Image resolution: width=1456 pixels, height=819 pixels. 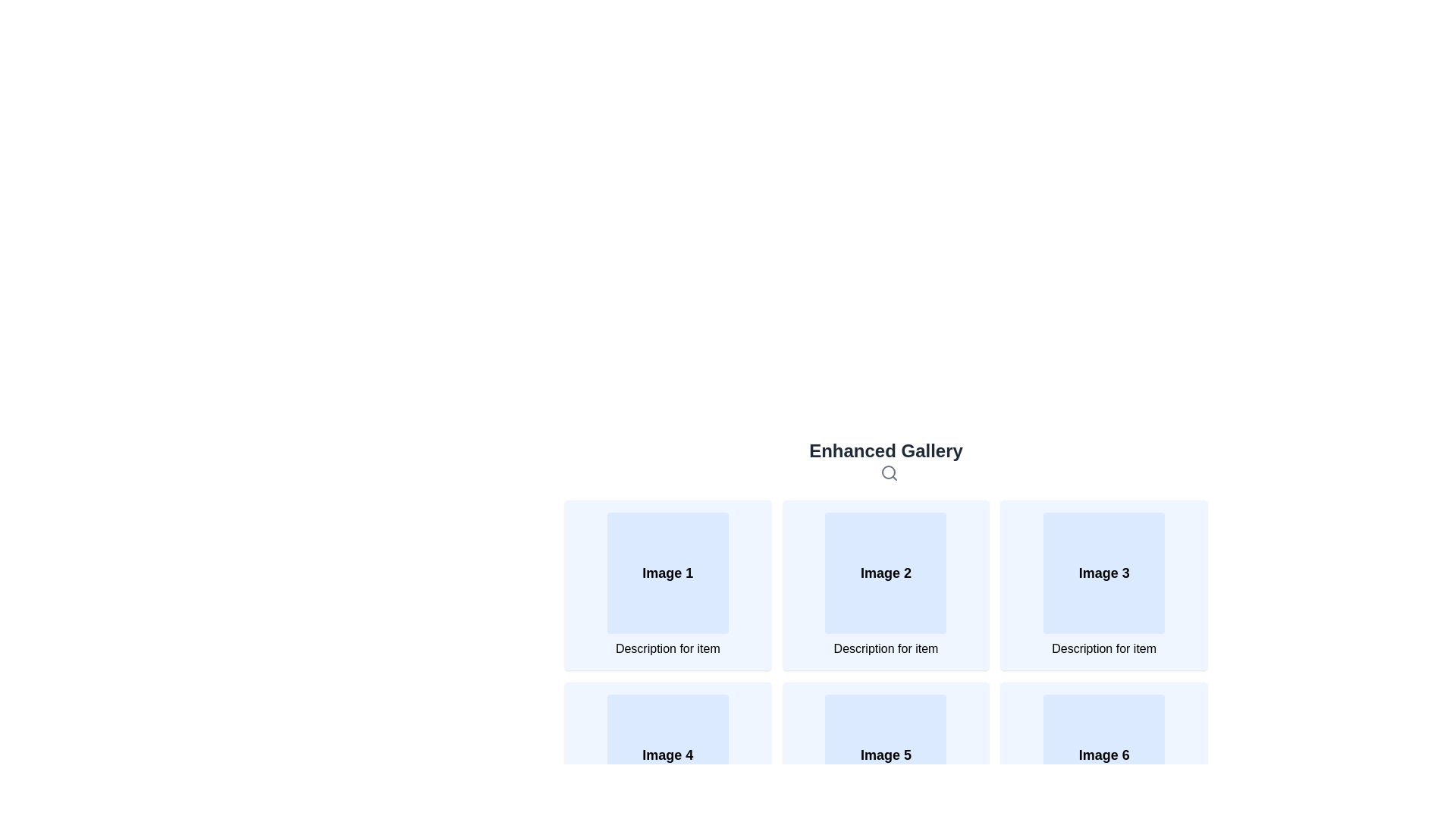 What do you see at coordinates (886, 584) in the screenshot?
I see `the blue-shaded Informational card labeled 'Image 2', which is the second card in the first row of a 3x2 grid layout` at bounding box center [886, 584].